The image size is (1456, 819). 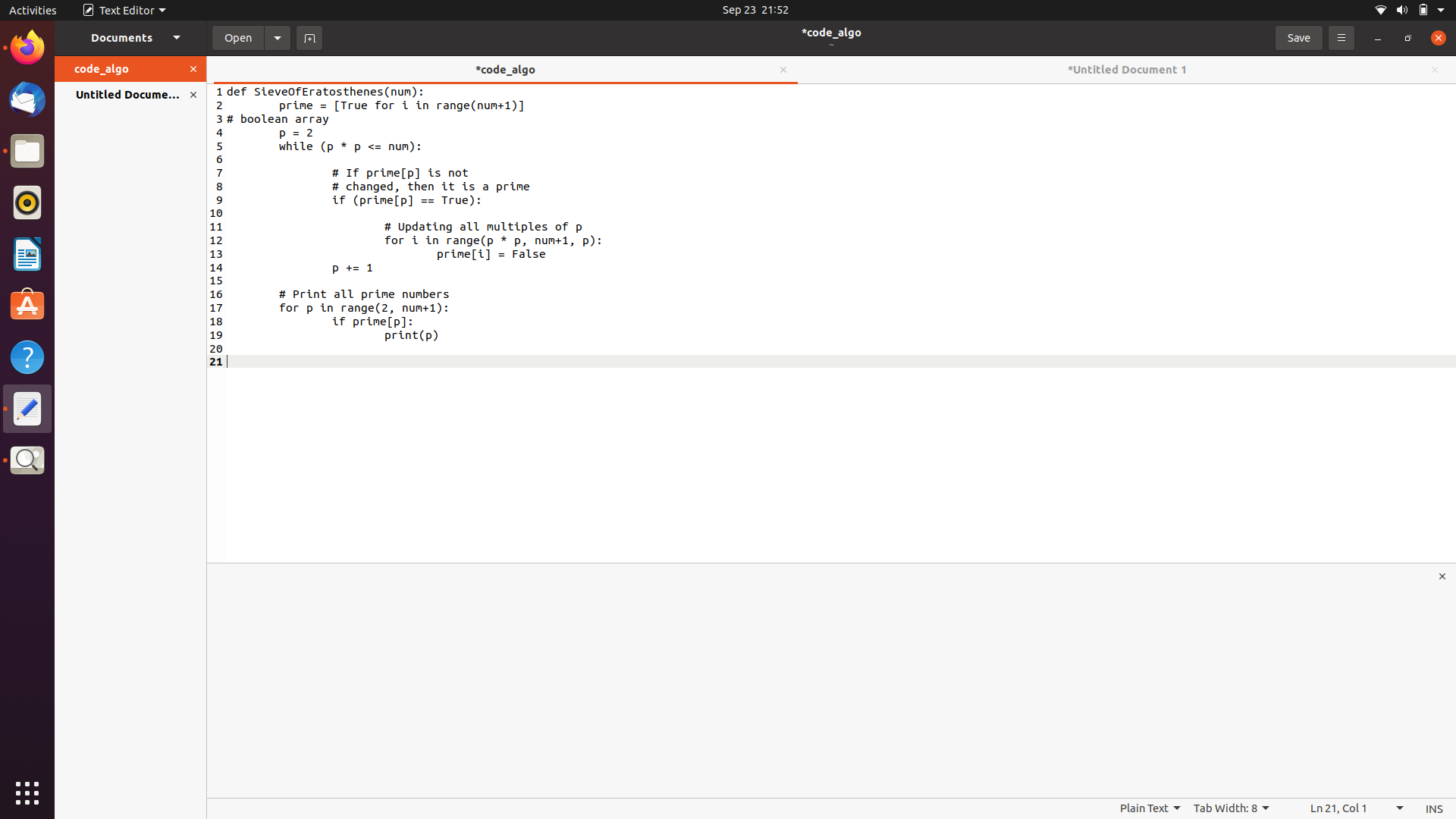 What do you see at coordinates (278, 36) in the screenshot?
I see `the options for the open document button` at bounding box center [278, 36].